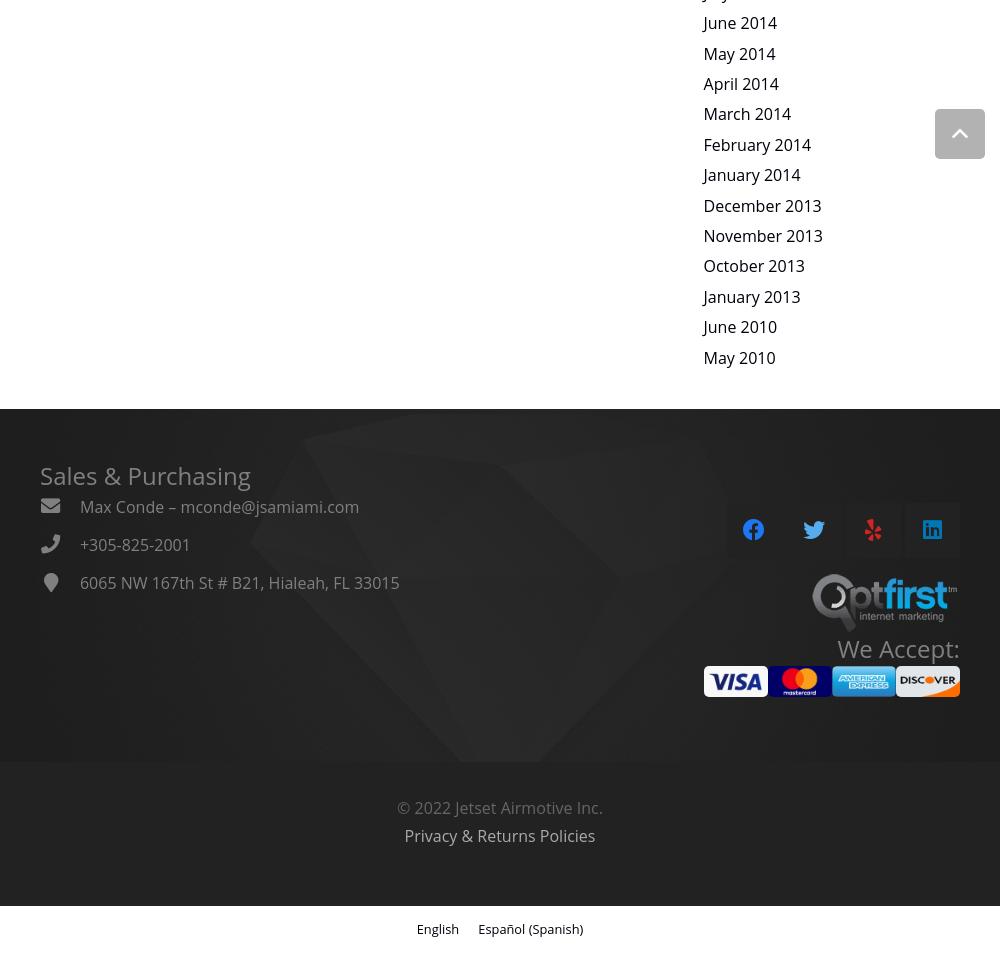 This screenshot has width=1000, height=953. Describe the element at coordinates (702, 82) in the screenshot. I see `'April 2014'` at that location.